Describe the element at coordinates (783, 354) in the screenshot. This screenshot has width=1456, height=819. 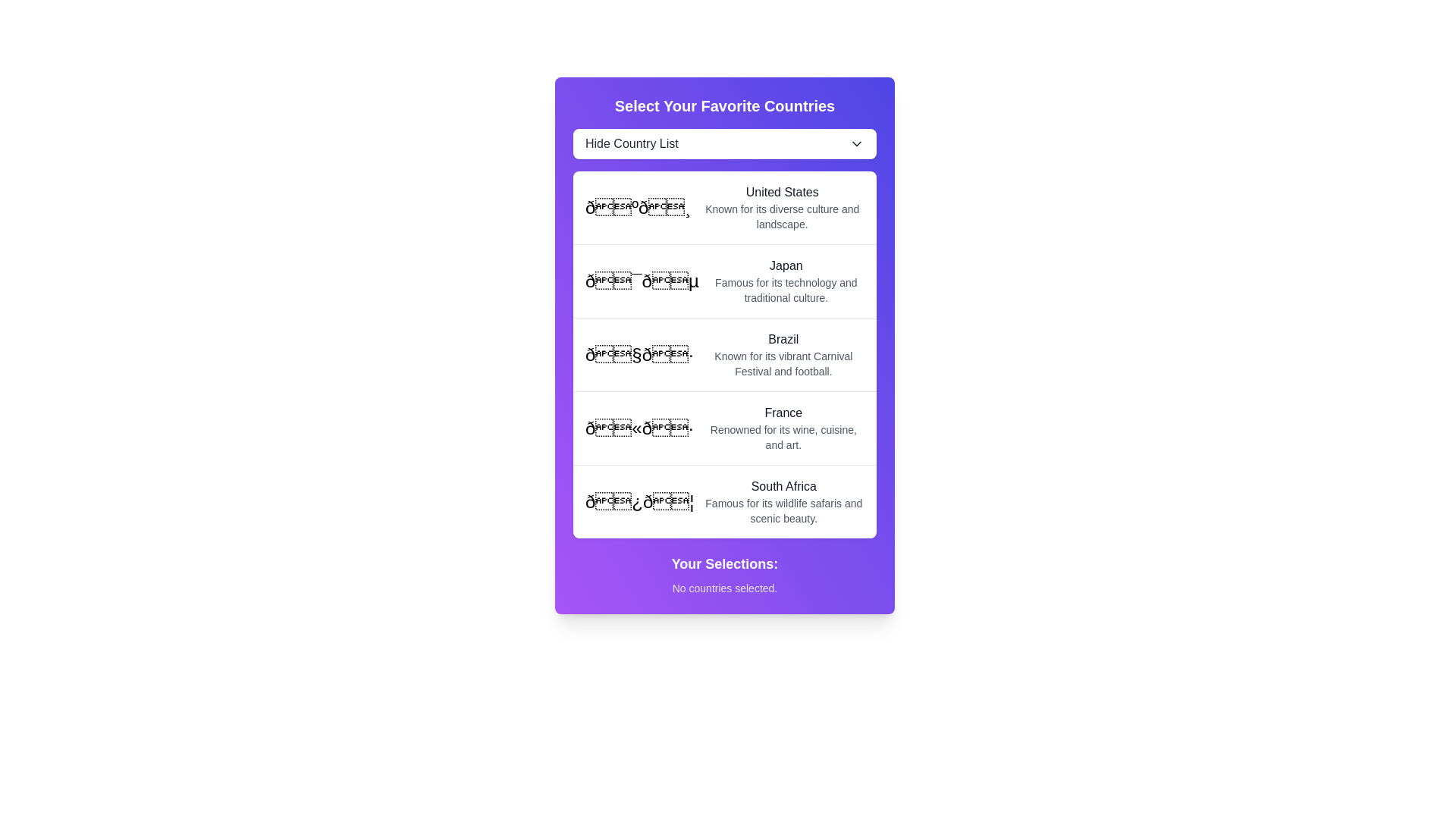
I see `the text block providing information about Brazil, which is the third item in a list, located between the entries for Japan and France` at that location.